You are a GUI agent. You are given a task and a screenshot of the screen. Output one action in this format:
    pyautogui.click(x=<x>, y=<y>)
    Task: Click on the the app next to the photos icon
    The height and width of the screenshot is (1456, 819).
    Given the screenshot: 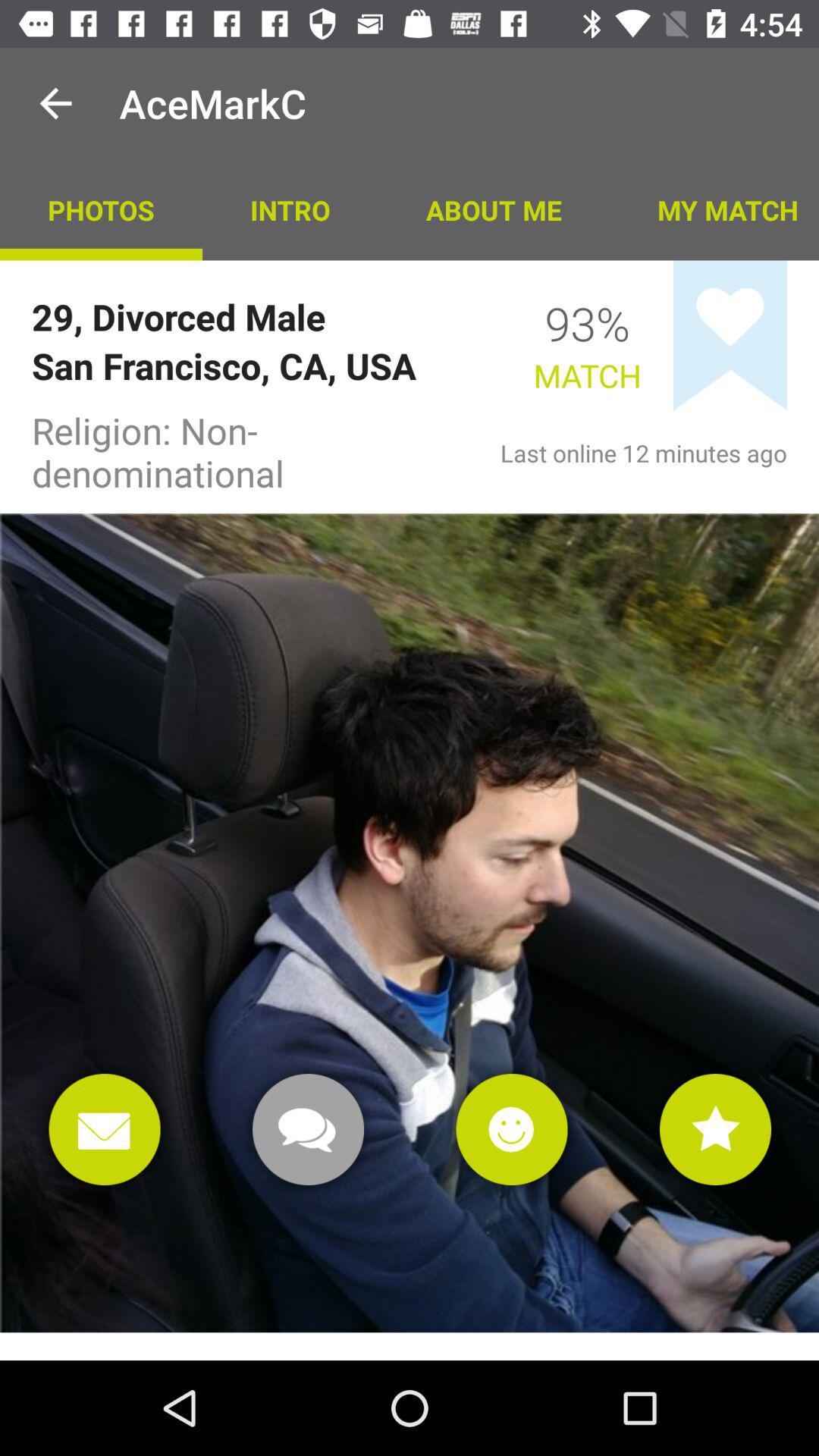 What is the action you would take?
    pyautogui.click(x=290, y=209)
    